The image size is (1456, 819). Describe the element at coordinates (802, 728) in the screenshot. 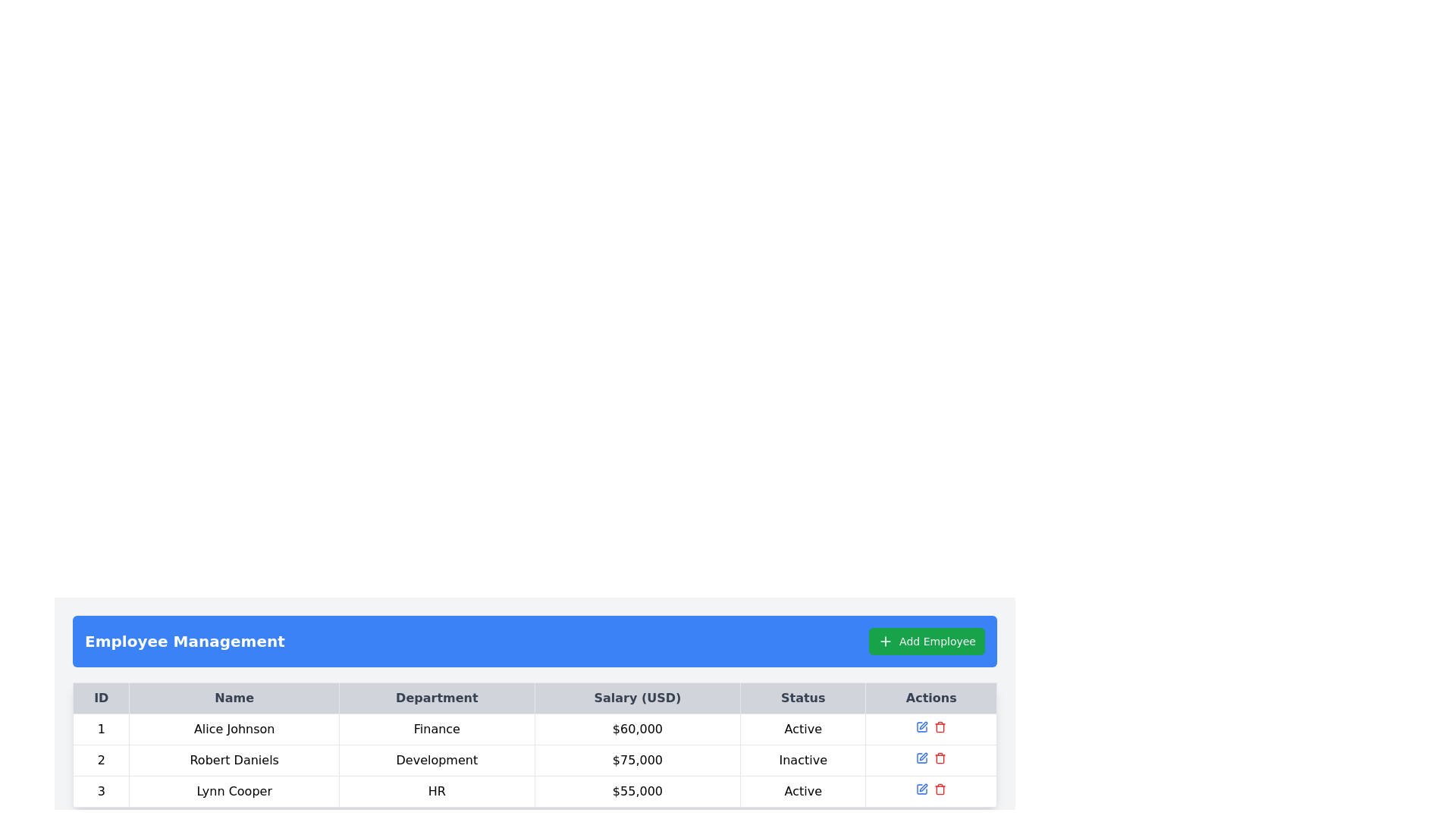

I see `the static text field displaying 'Active' located in the last column of the first row under the 'Status' header, which is directly to the right of the '$60,000' value in the 'Salary' column for Alice Johnson` at that location.